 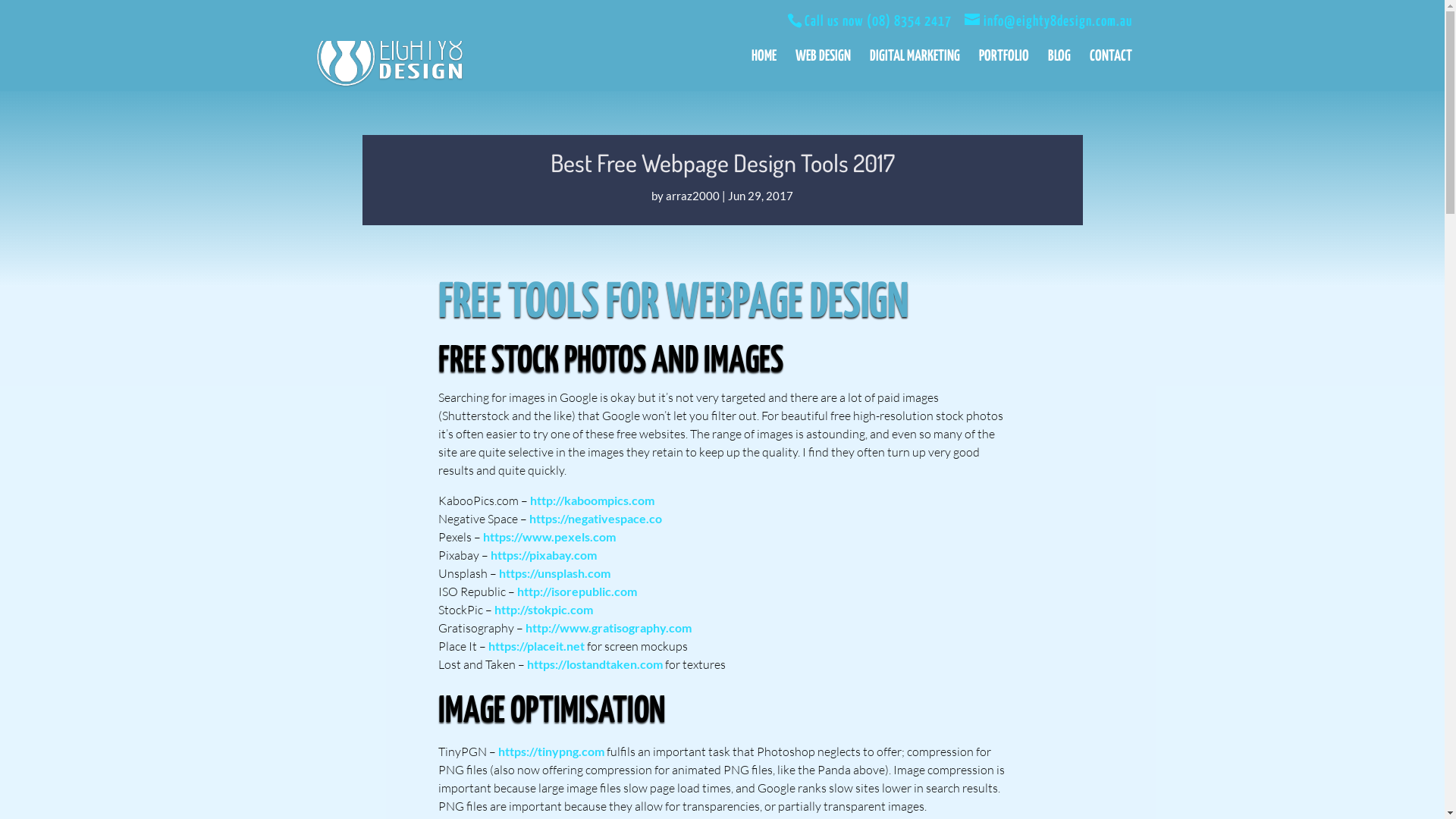 What do you see at coordinates (763, 71) in the screenshot?
I see `'HOME'` at bounding box center [763, 71].